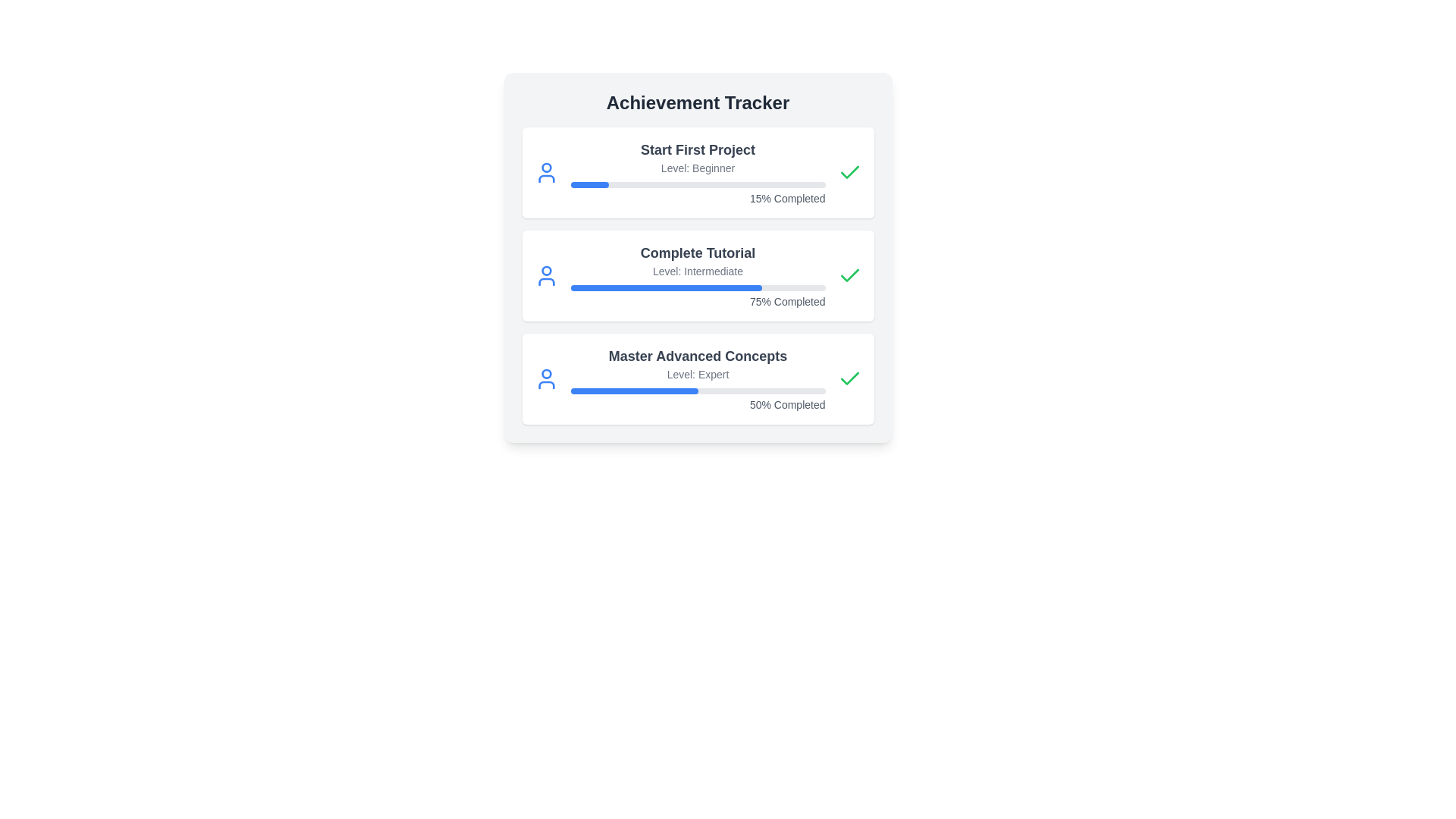 The width and height of the screenshot is (1456, 819). I want to click on the Circular SVG Element that represents the head of the user figure within the user profile icon located on the left side of the 'Master Advanced Concepts' section, so click(546, 374).